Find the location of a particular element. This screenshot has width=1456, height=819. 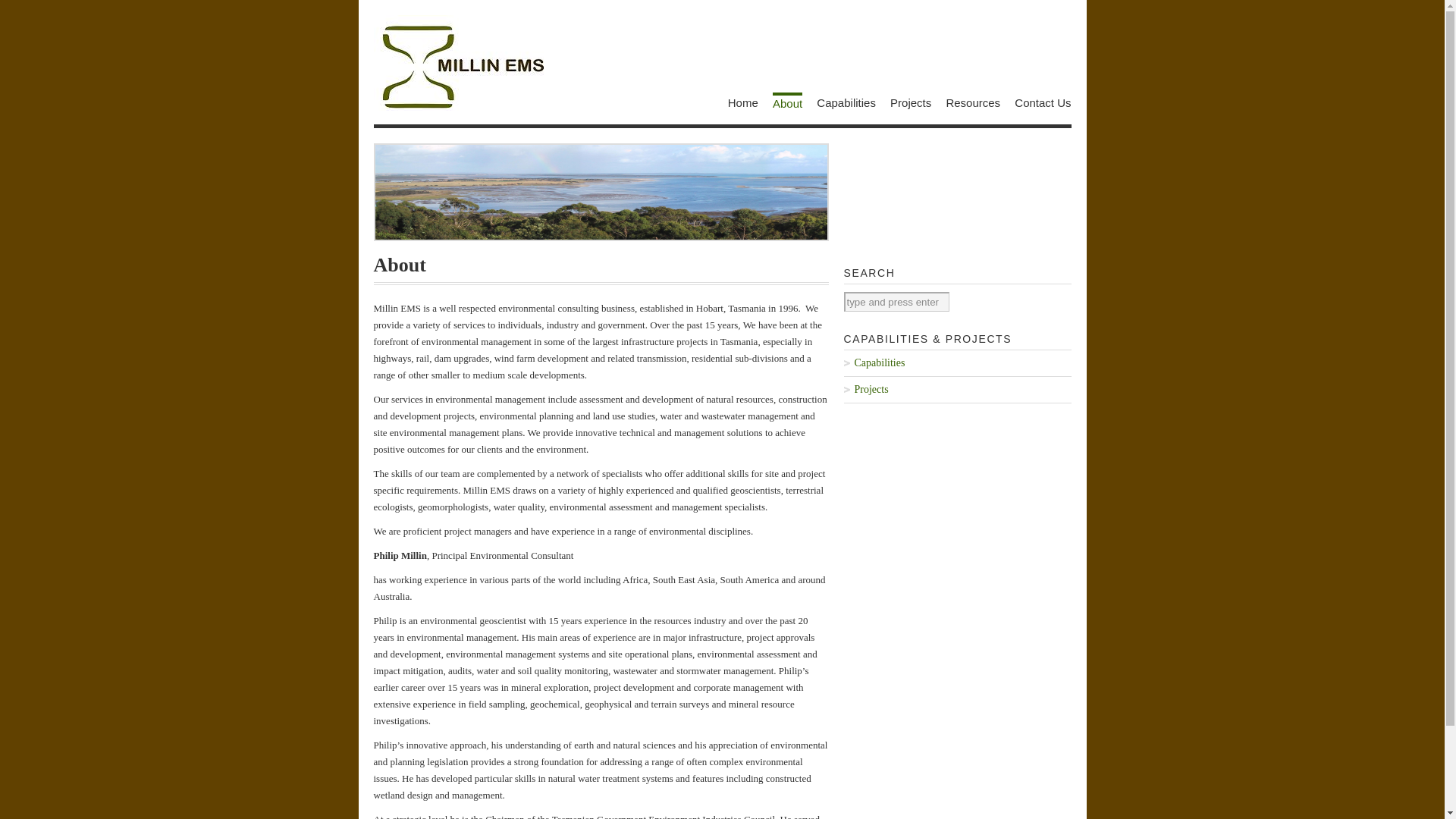

'Projects' is located at coordinates (910, 102).